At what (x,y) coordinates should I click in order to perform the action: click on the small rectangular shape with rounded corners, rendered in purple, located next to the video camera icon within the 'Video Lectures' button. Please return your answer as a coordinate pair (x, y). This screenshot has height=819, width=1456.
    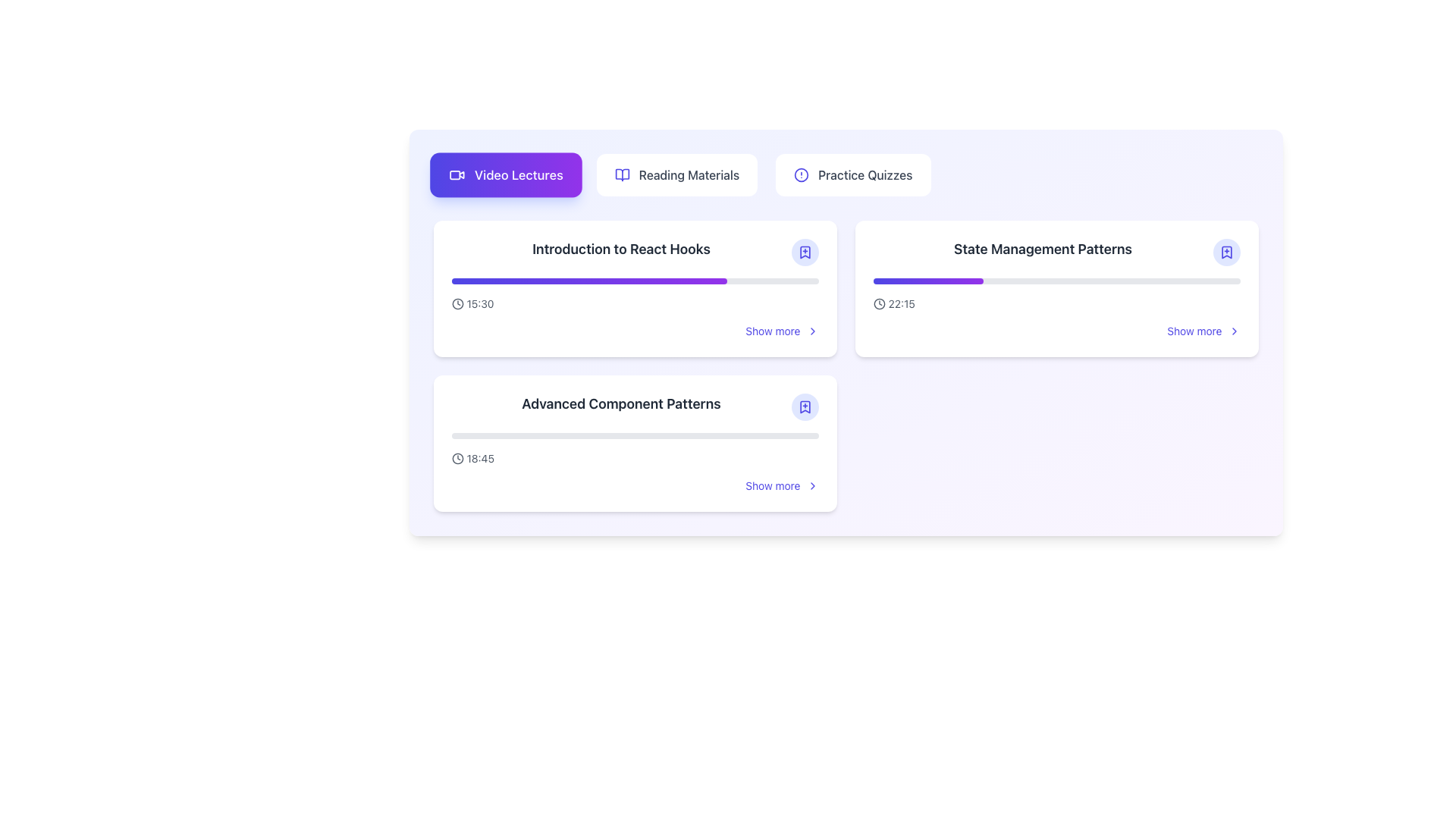
    Looking at the image, I should click on (453, 174).